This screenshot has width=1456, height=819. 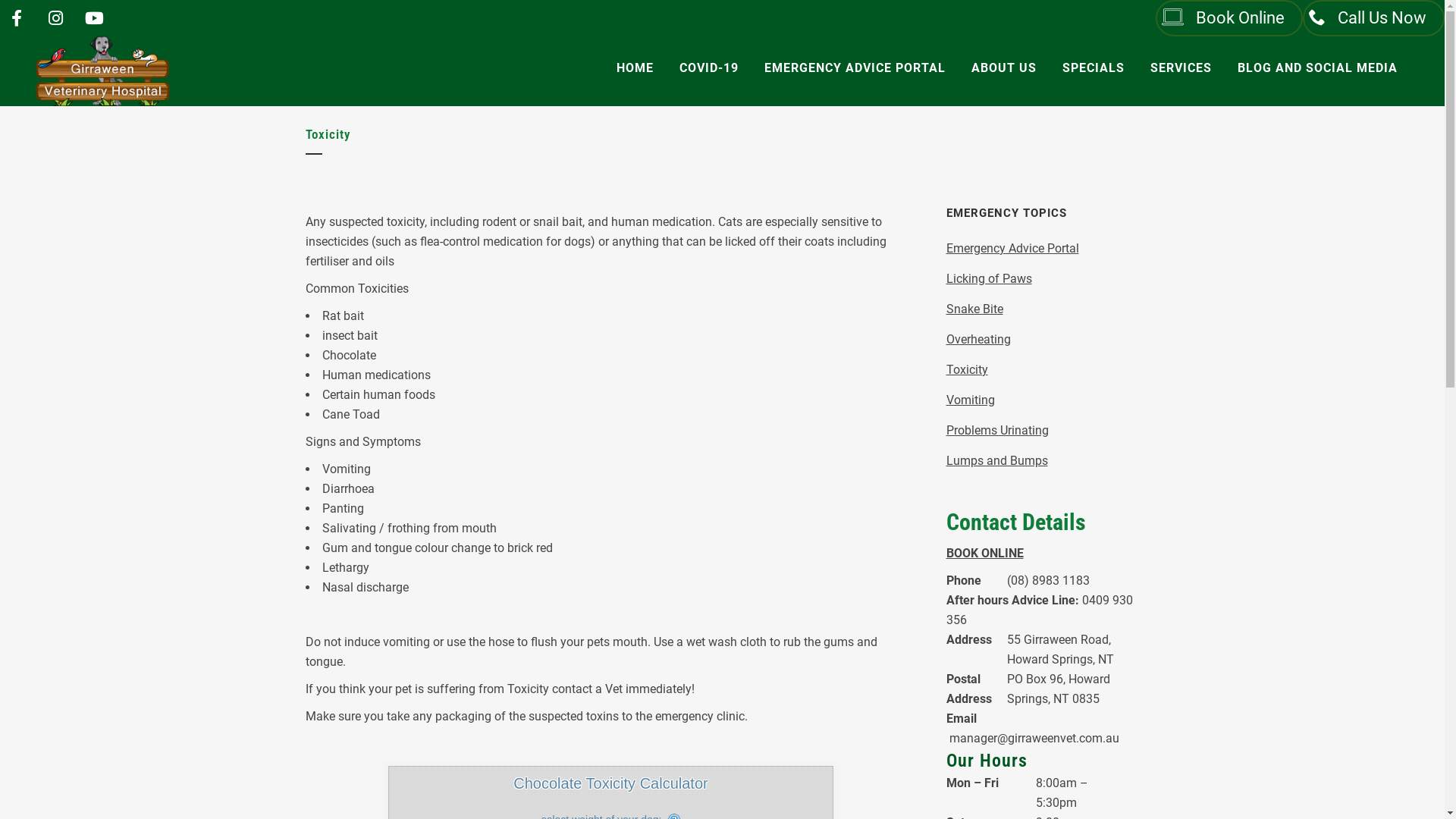 I want to click on 'BLOG AND SOCIAL MEDIA', so click(x=1316, y=67).